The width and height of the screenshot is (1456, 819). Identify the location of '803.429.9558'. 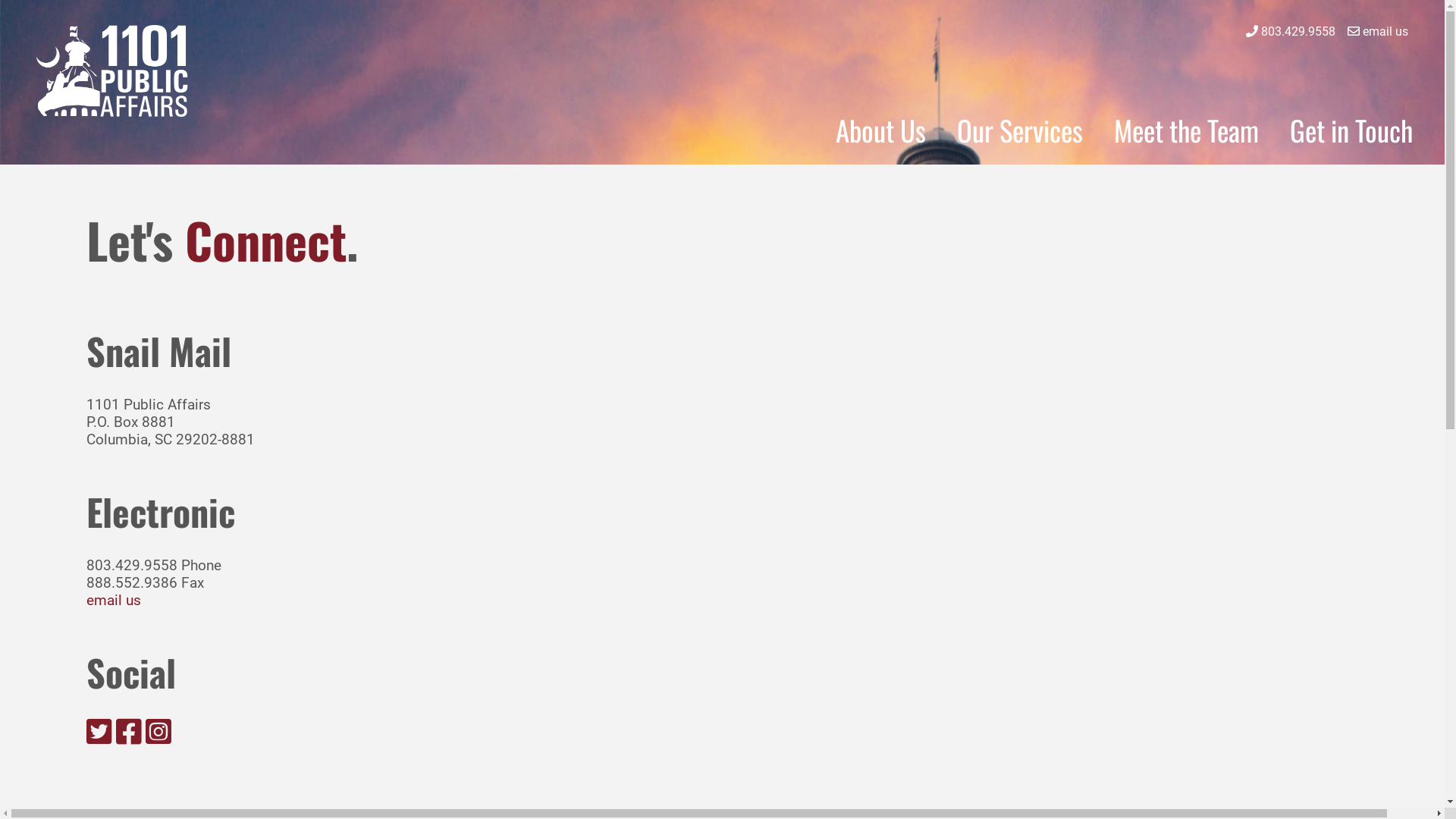
(1298, 31).